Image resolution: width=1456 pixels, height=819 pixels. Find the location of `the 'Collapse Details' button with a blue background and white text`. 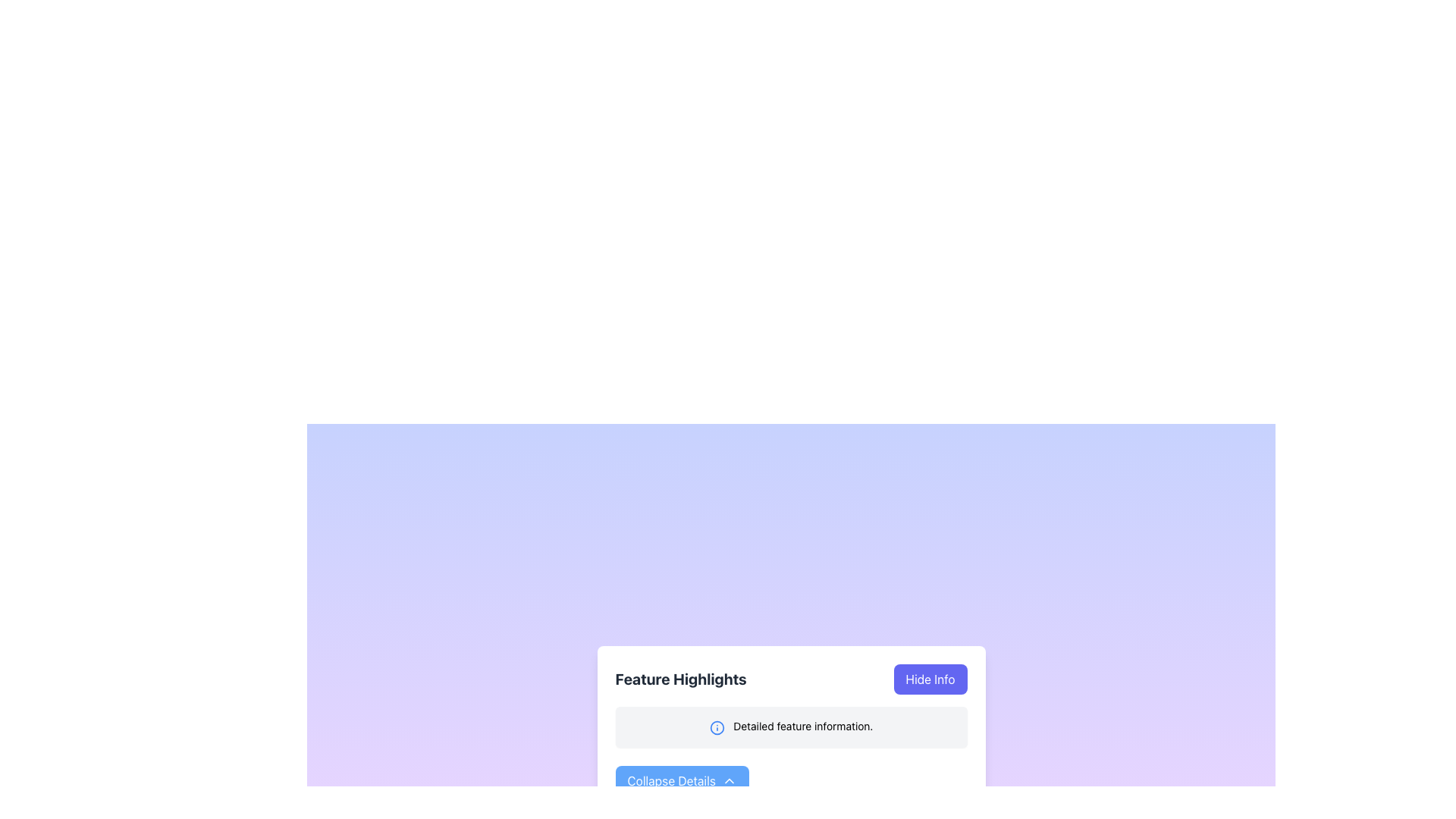

the 'Collapse Details' button with a blue background and white text is located at coordinates (681, 780).